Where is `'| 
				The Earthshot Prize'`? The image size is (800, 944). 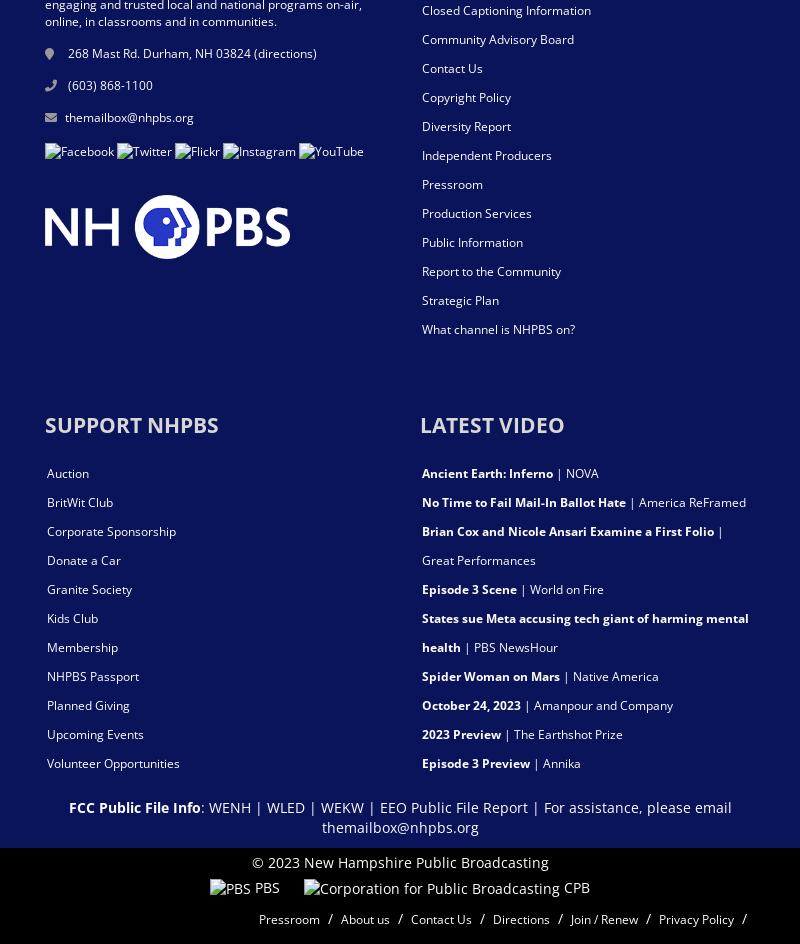
'| 
				The Earthshot Prize' is located at coordinates (562, 733).